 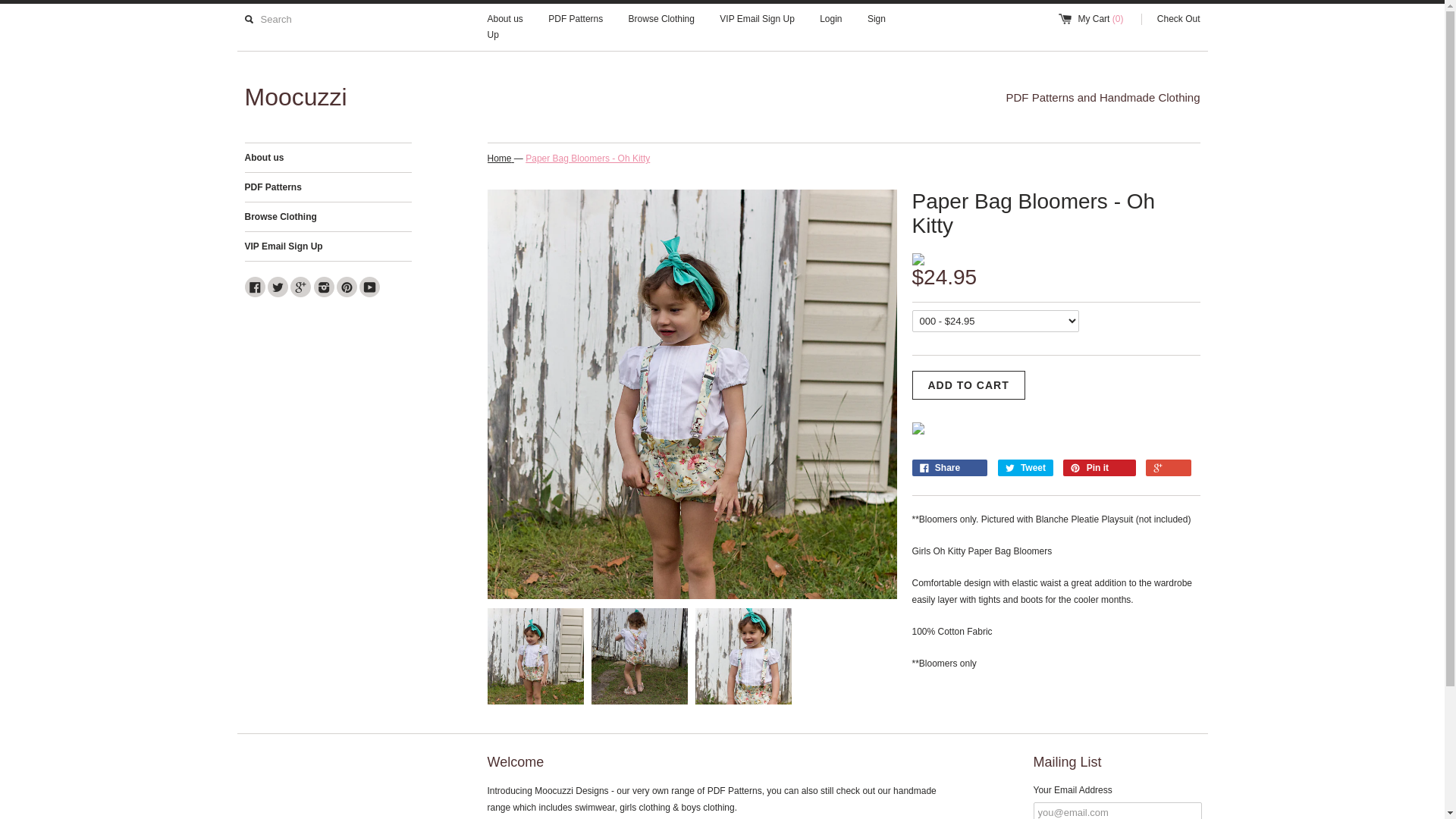 I want to click on 'Login', so click(x=830, y=19).